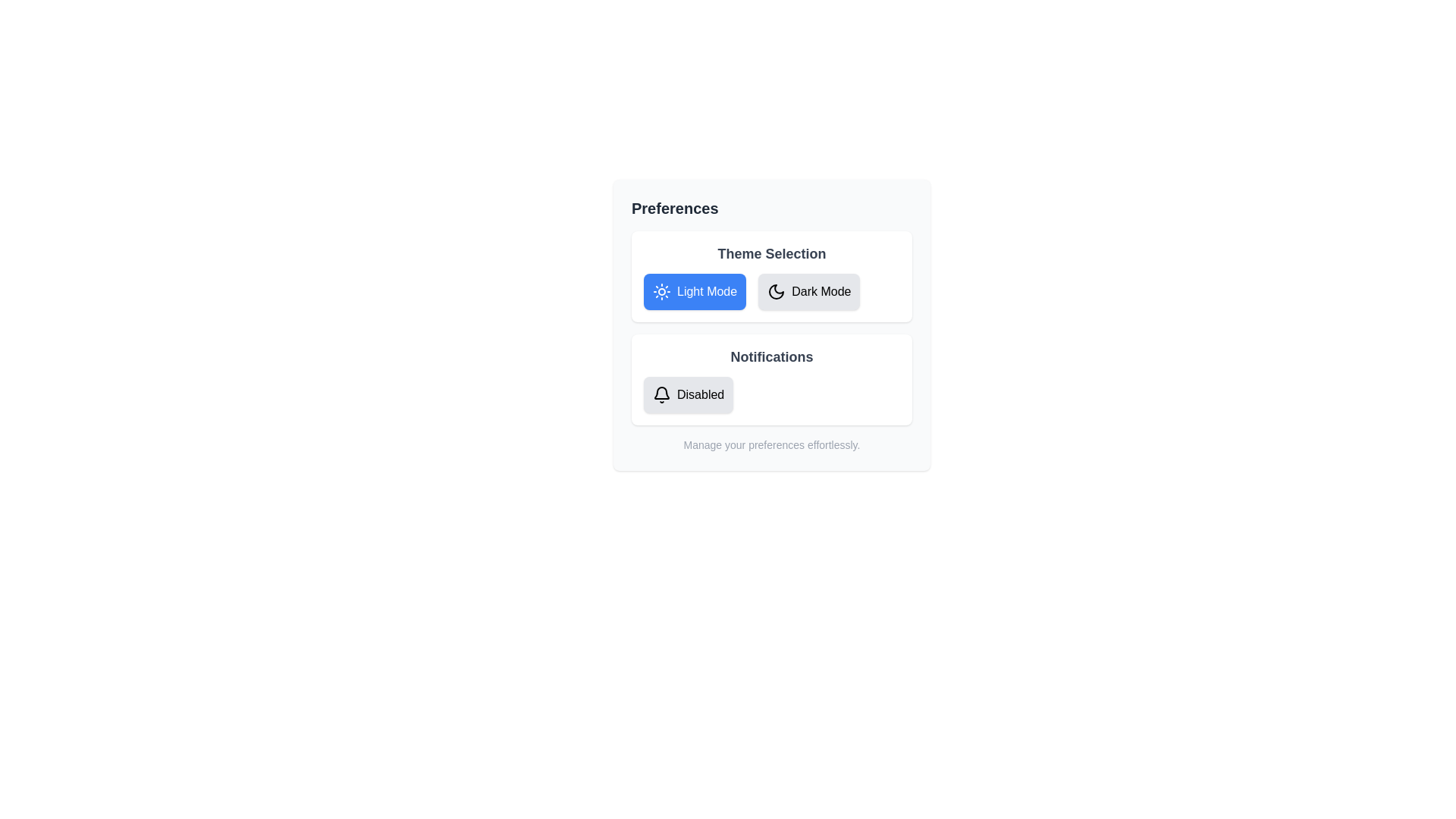 This screenshot has height=819, width=1456. Describe the element at coordinates (674, 208) in the screenshot. I see `the text label that serves as the header for the Preferences section` at that location.